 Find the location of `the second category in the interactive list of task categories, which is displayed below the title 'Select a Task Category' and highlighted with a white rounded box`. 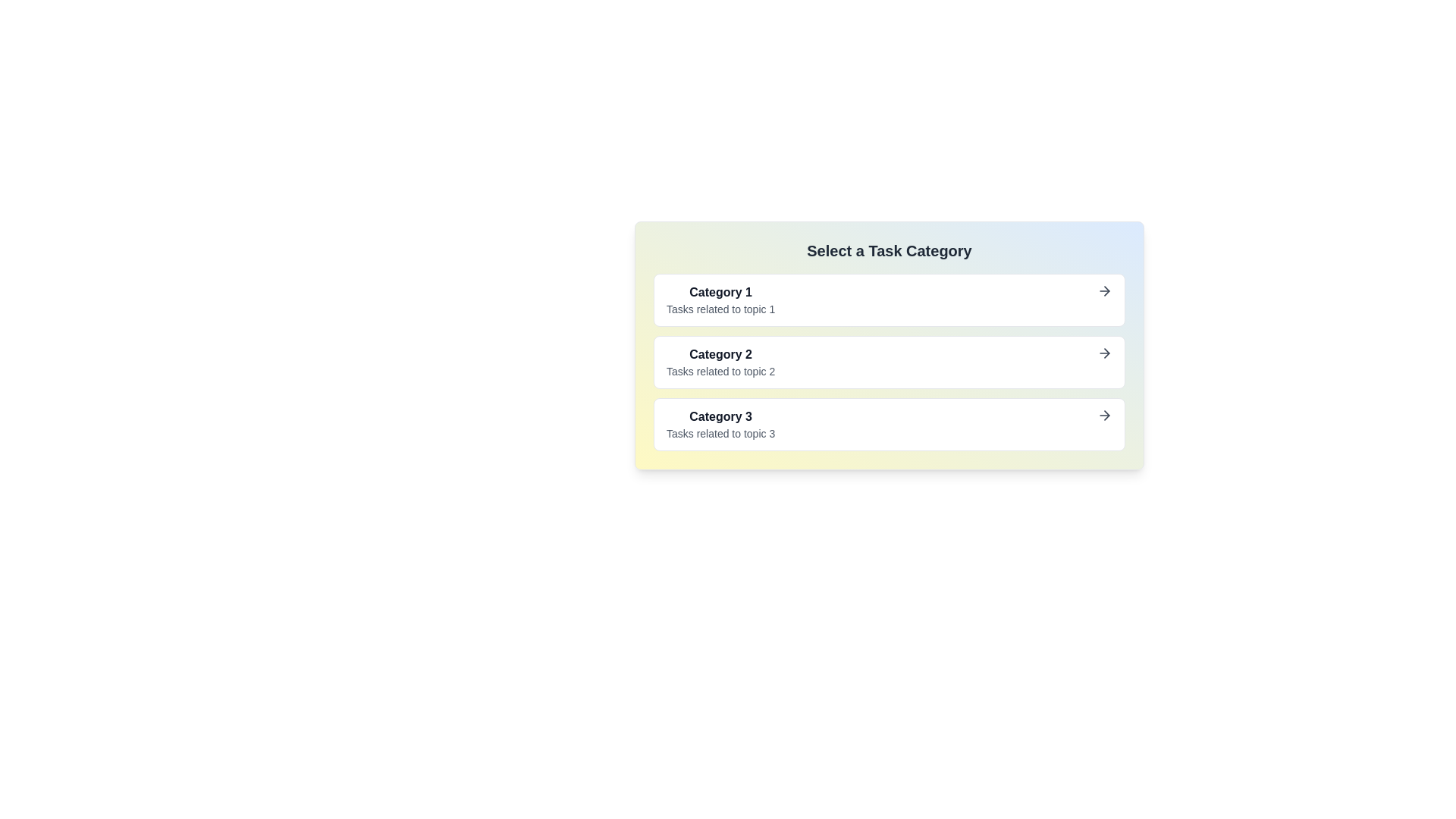

the second category in the interactive list of task categories, which is displayed below the title 'Select a Task Category' and highlighted with a white rounded box is located at coordinates (889, 345).